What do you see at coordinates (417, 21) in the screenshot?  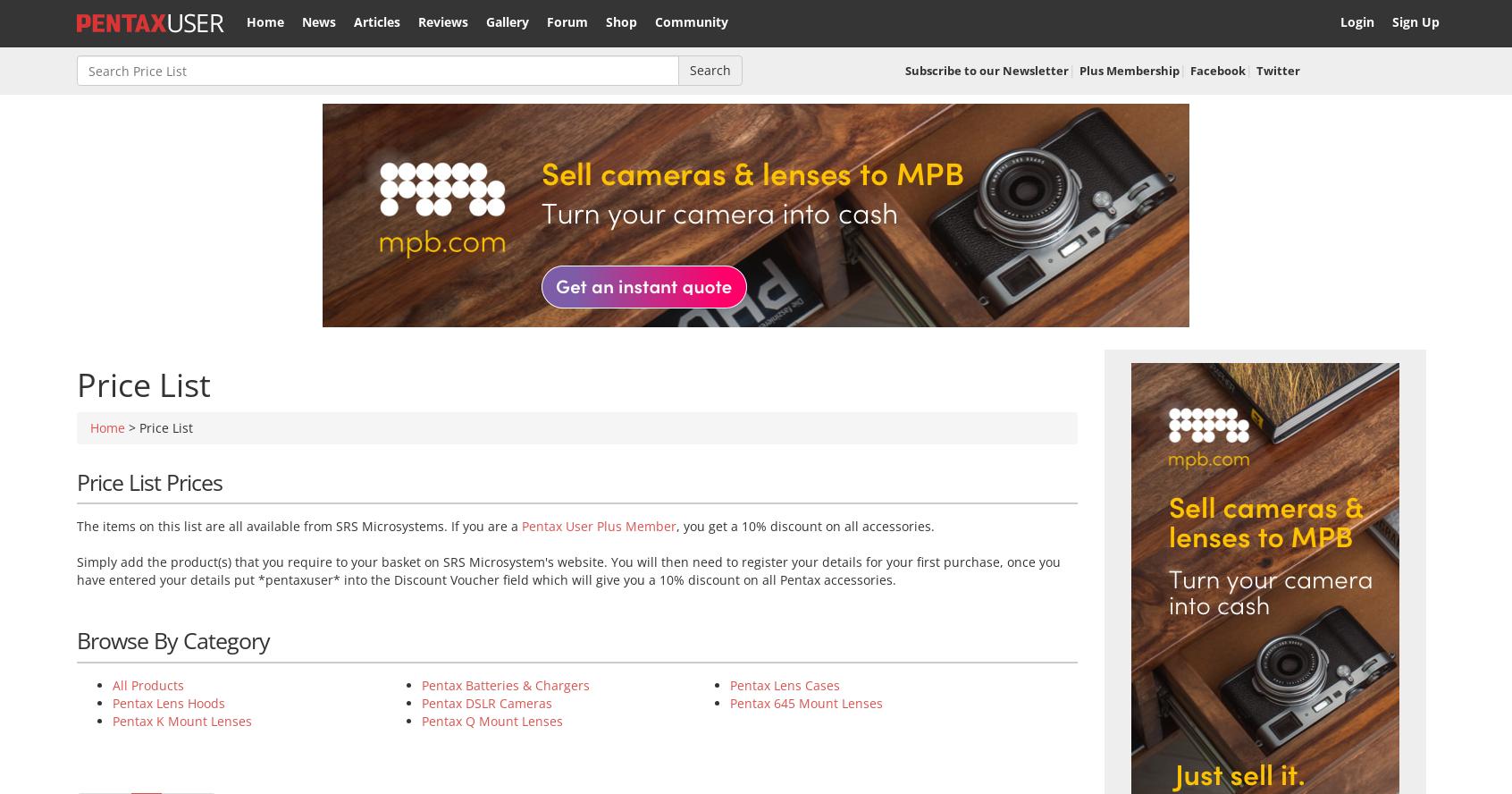 I see `'Reviews'` at bounding box center [417, 21].